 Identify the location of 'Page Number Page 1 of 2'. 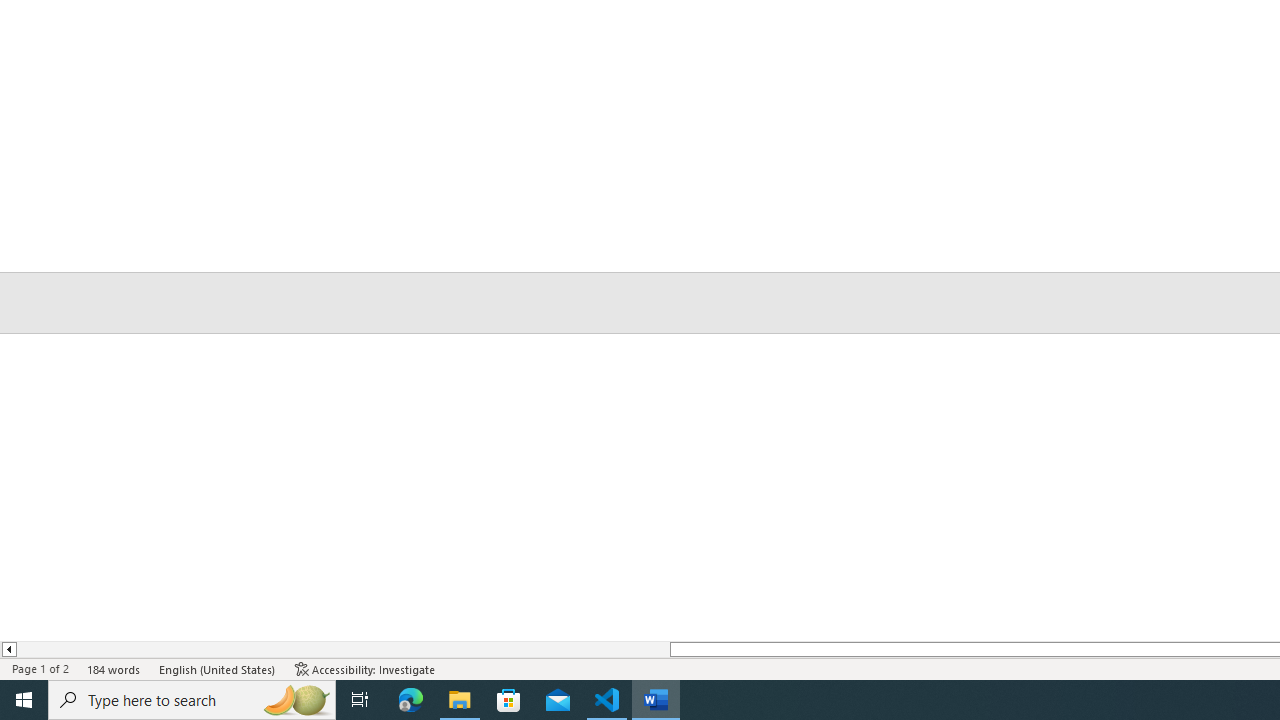
(40, 669).